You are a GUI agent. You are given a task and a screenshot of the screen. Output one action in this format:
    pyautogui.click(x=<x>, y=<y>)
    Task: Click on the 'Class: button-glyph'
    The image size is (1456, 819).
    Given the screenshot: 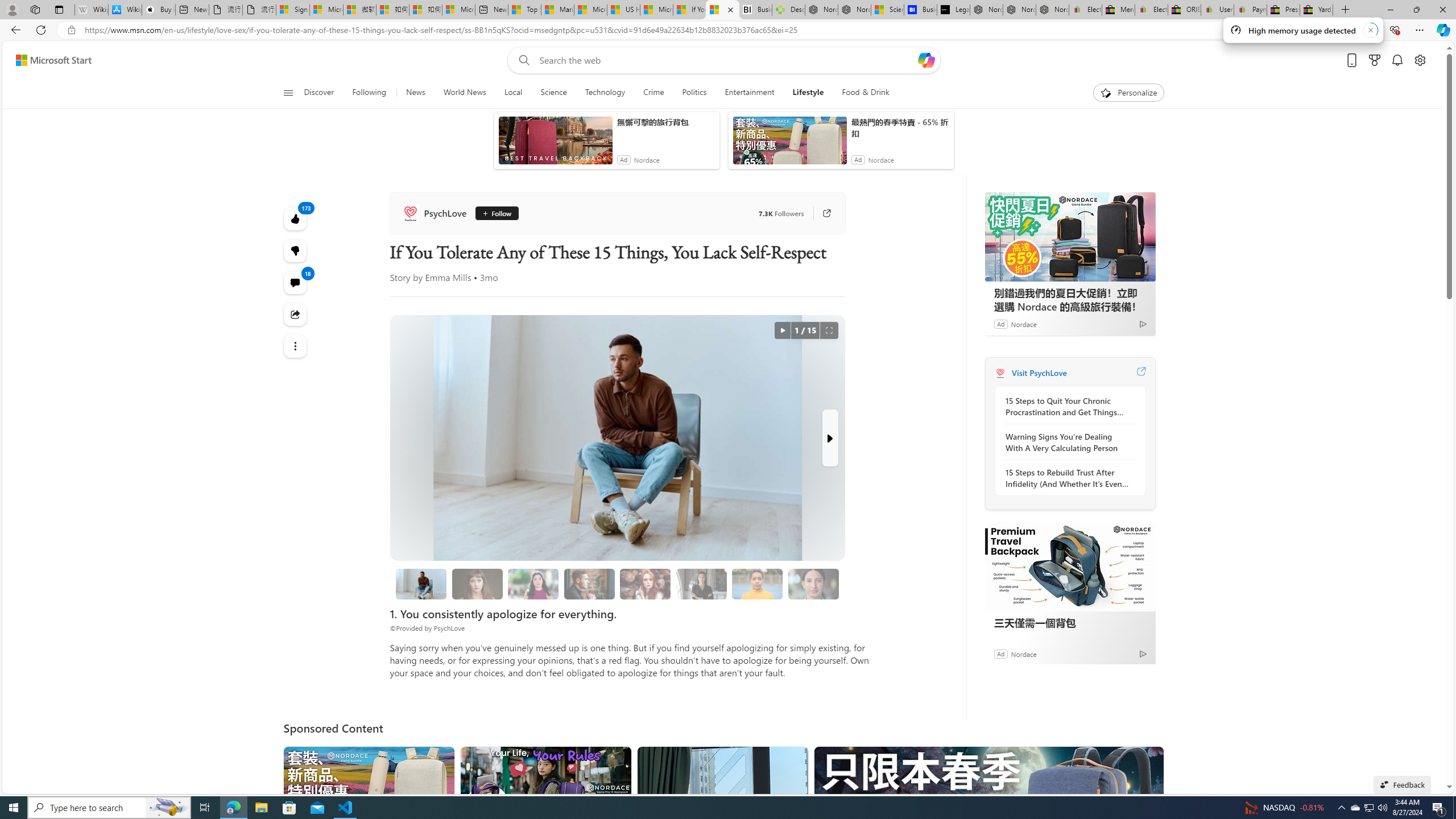 What is the action you would take?
    pyautogui.click(x=287, y=92)
    